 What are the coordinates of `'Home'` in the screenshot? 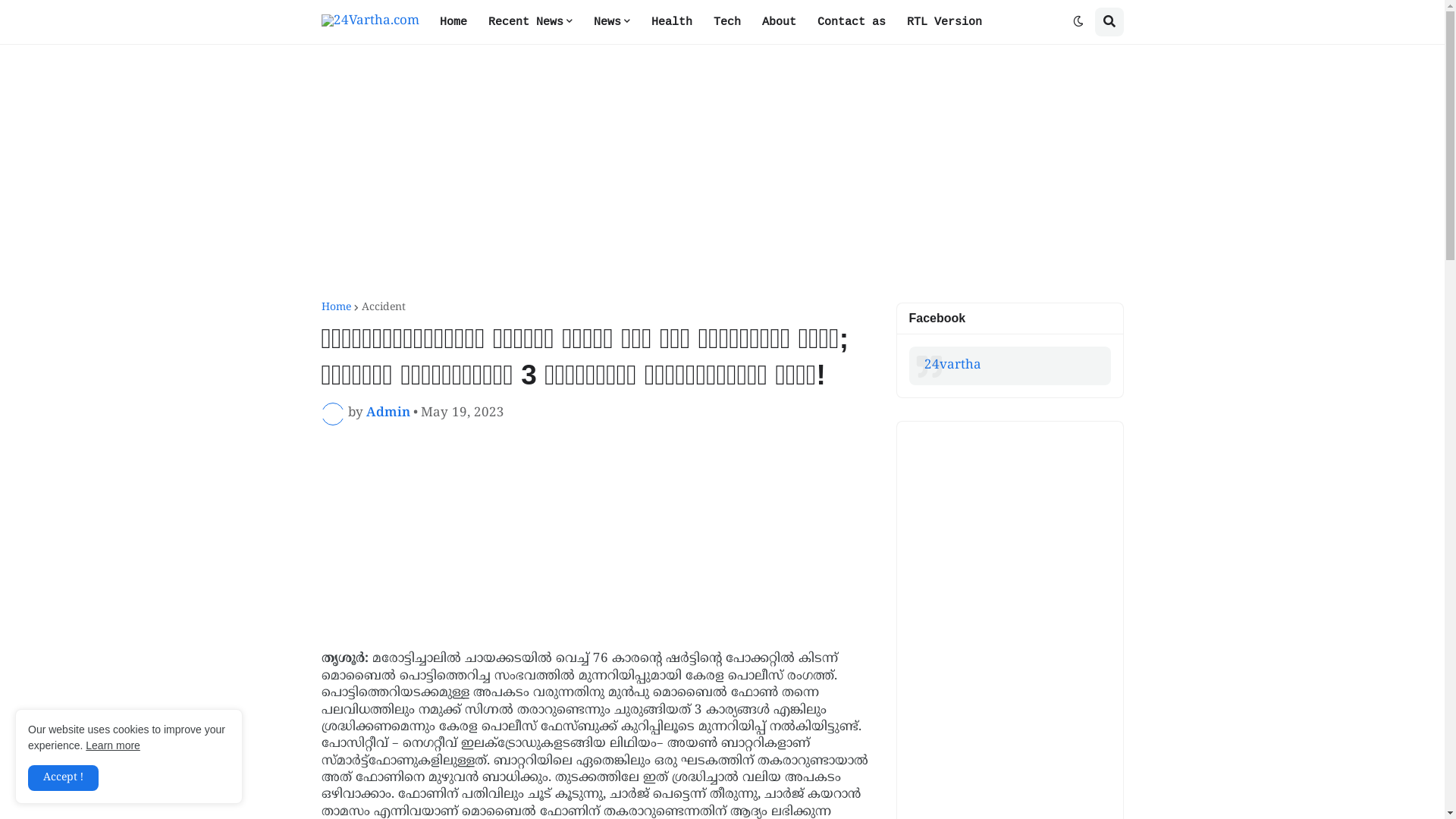 It's located at (453, 22).